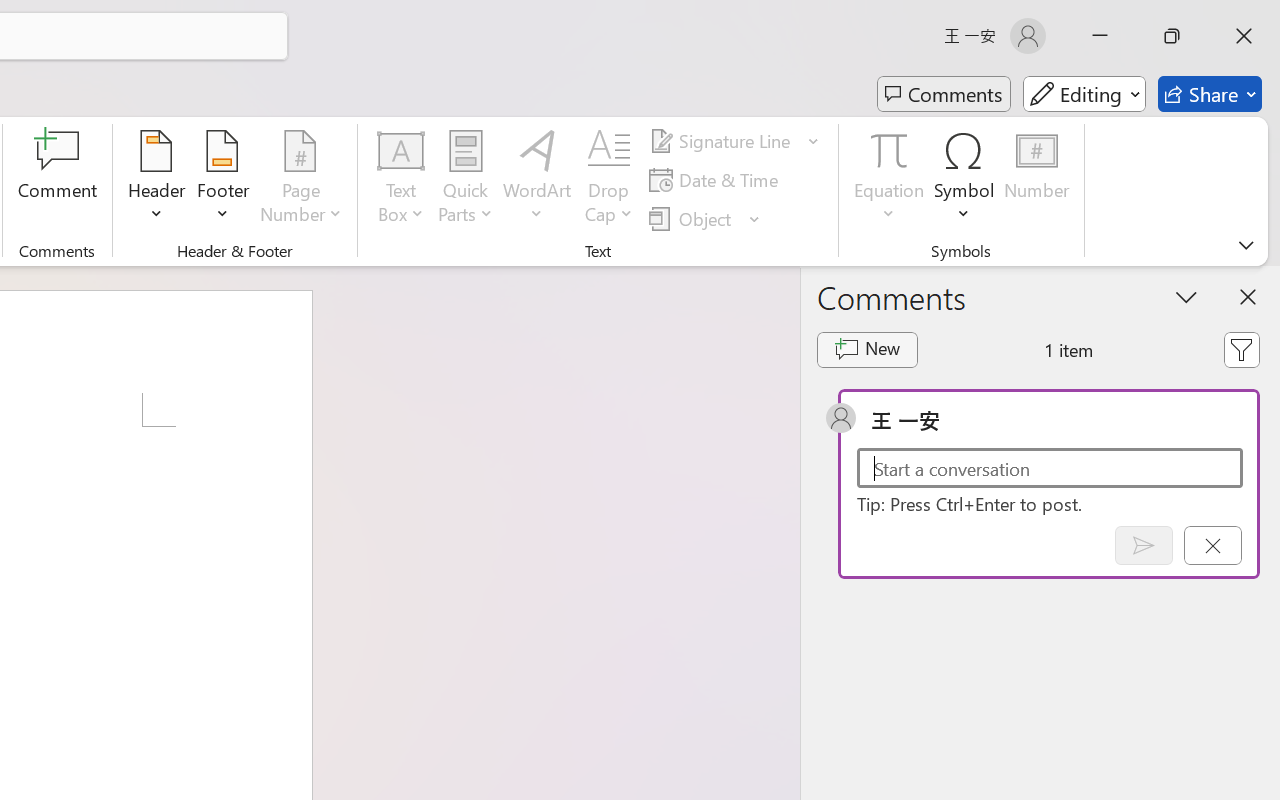 Image resolution: width=1280 pixels, height=800 pixels. I want to click on 'Equation', so click(888, 150).